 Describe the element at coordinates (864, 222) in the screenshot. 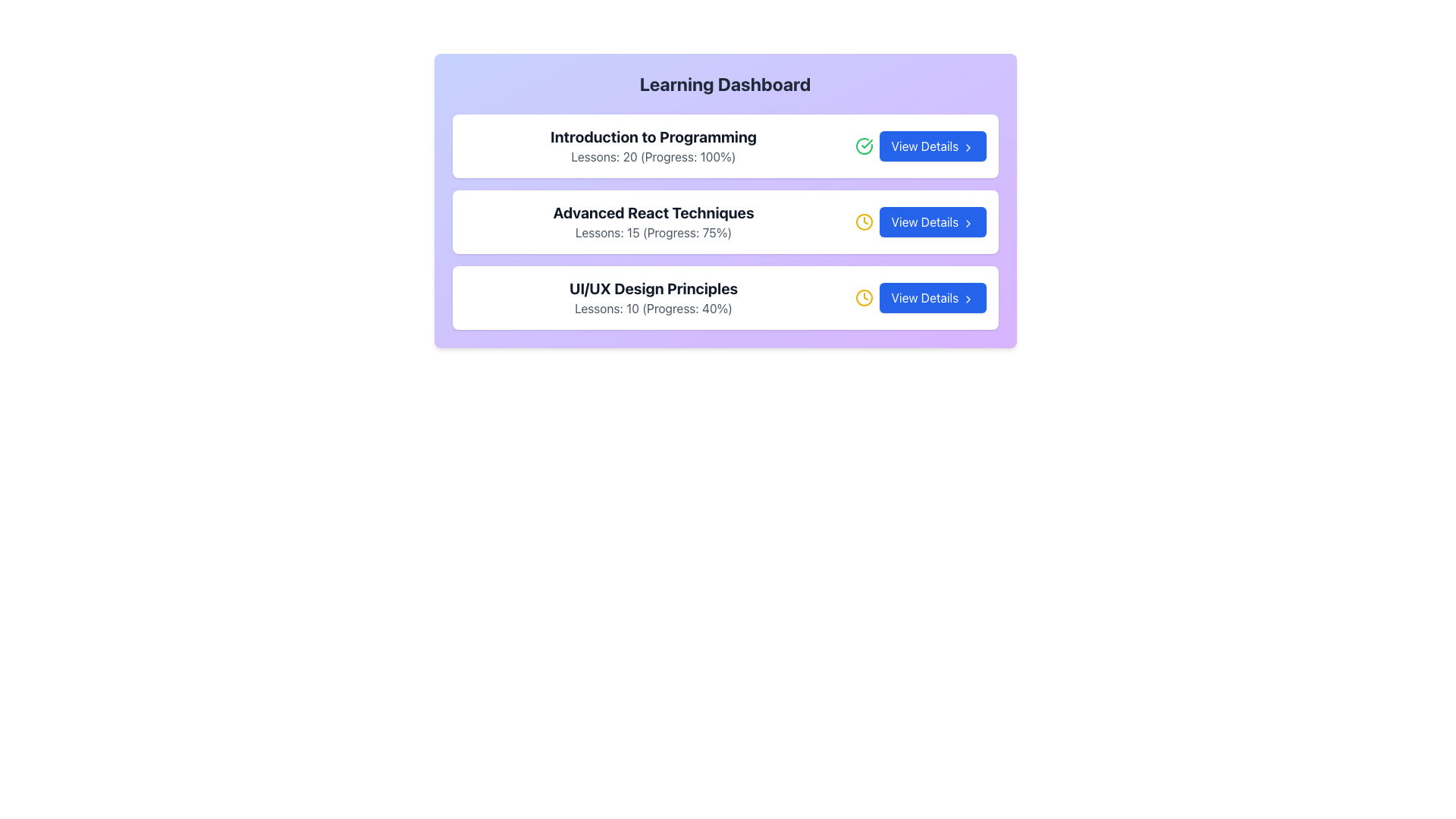

I see `the decorative SVG circle element within the 'In Progress' clock icon, located to the left of the text 'UI/UX Design Principles' in the third entry of the list` at that location.